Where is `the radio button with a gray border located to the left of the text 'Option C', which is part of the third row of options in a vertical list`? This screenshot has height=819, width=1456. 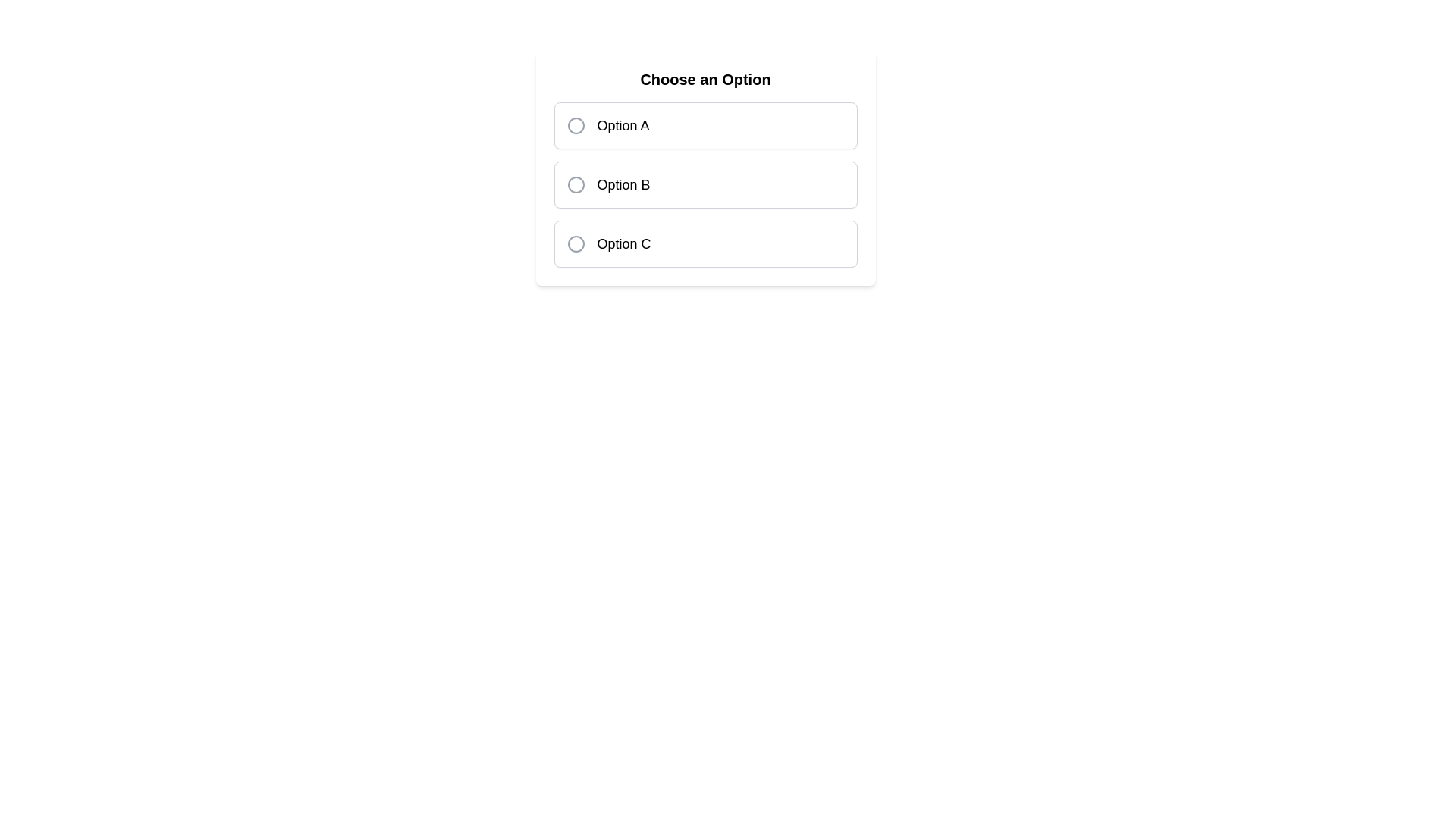 the radio button with a gray border located to the left of the text 'Option C', which is part of the third row of options in a vertical list is located at coordinates (575, 243).